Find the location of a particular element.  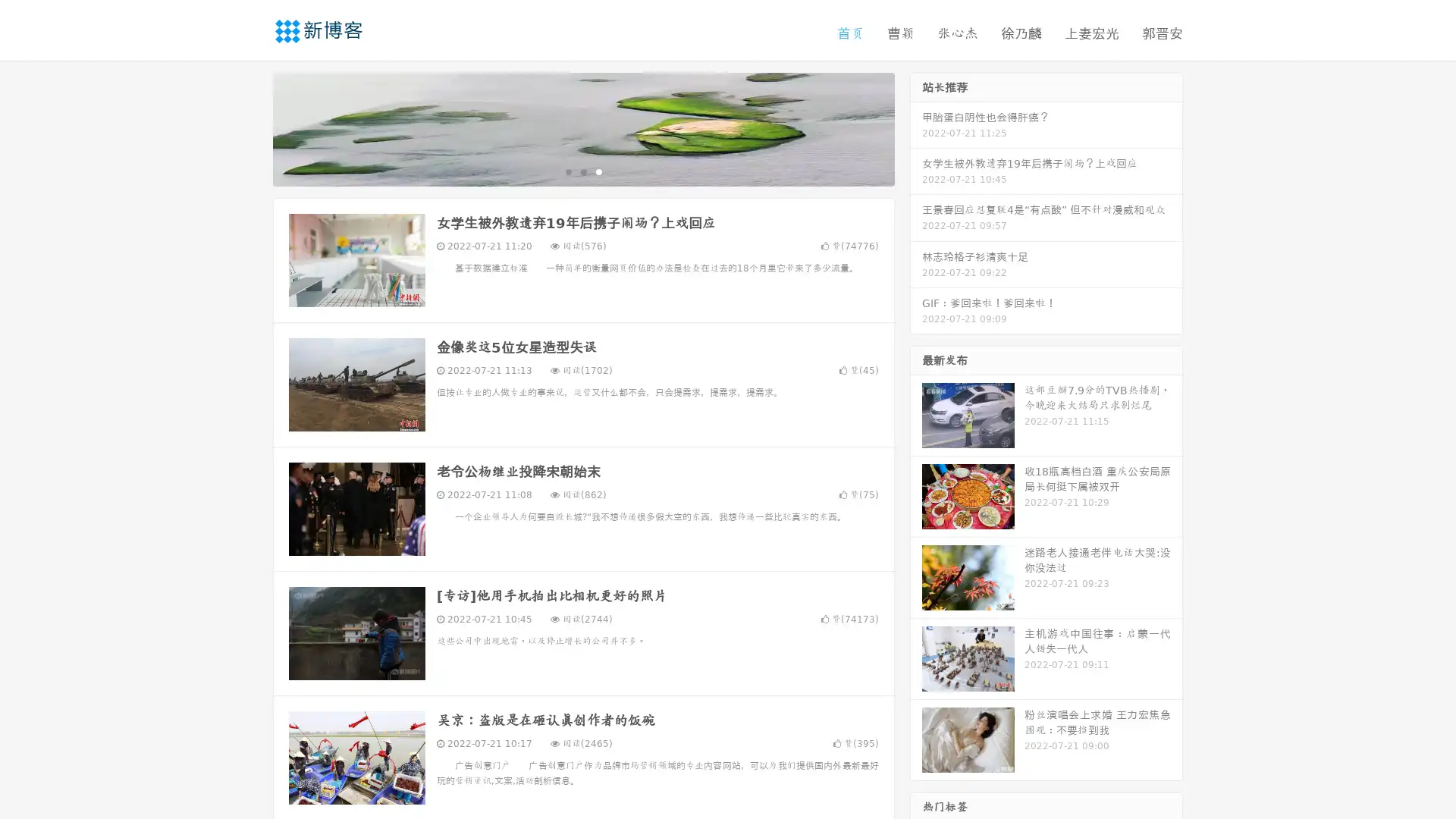

Go to slide 2 is located at coordinates (582, 171).